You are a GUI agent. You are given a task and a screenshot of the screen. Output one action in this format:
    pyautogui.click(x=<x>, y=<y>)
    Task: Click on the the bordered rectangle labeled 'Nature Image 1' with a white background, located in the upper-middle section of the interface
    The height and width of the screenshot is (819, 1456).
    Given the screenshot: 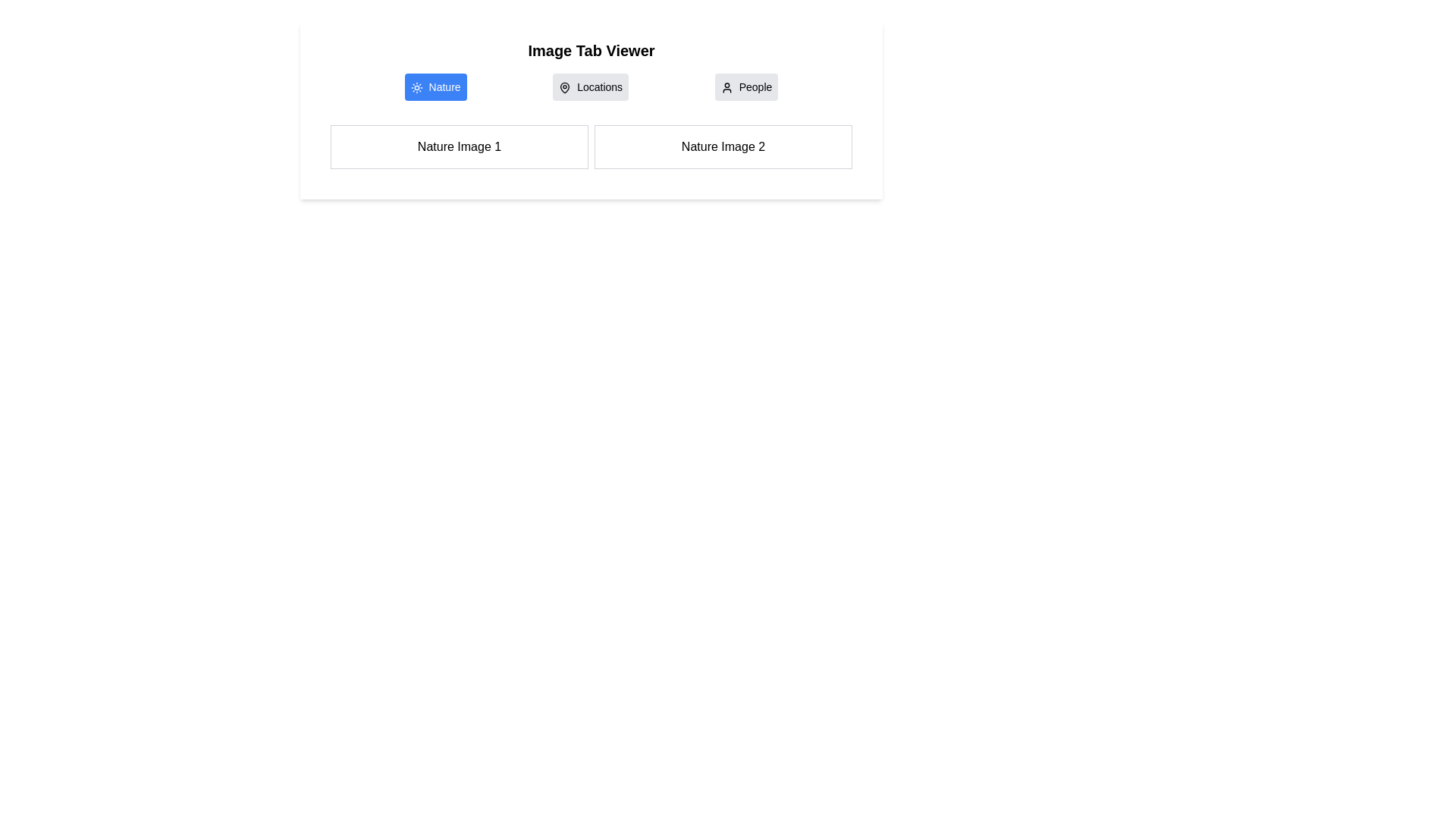 What is the action you would take?
    pyautogui.click(x=458, y=146)
    